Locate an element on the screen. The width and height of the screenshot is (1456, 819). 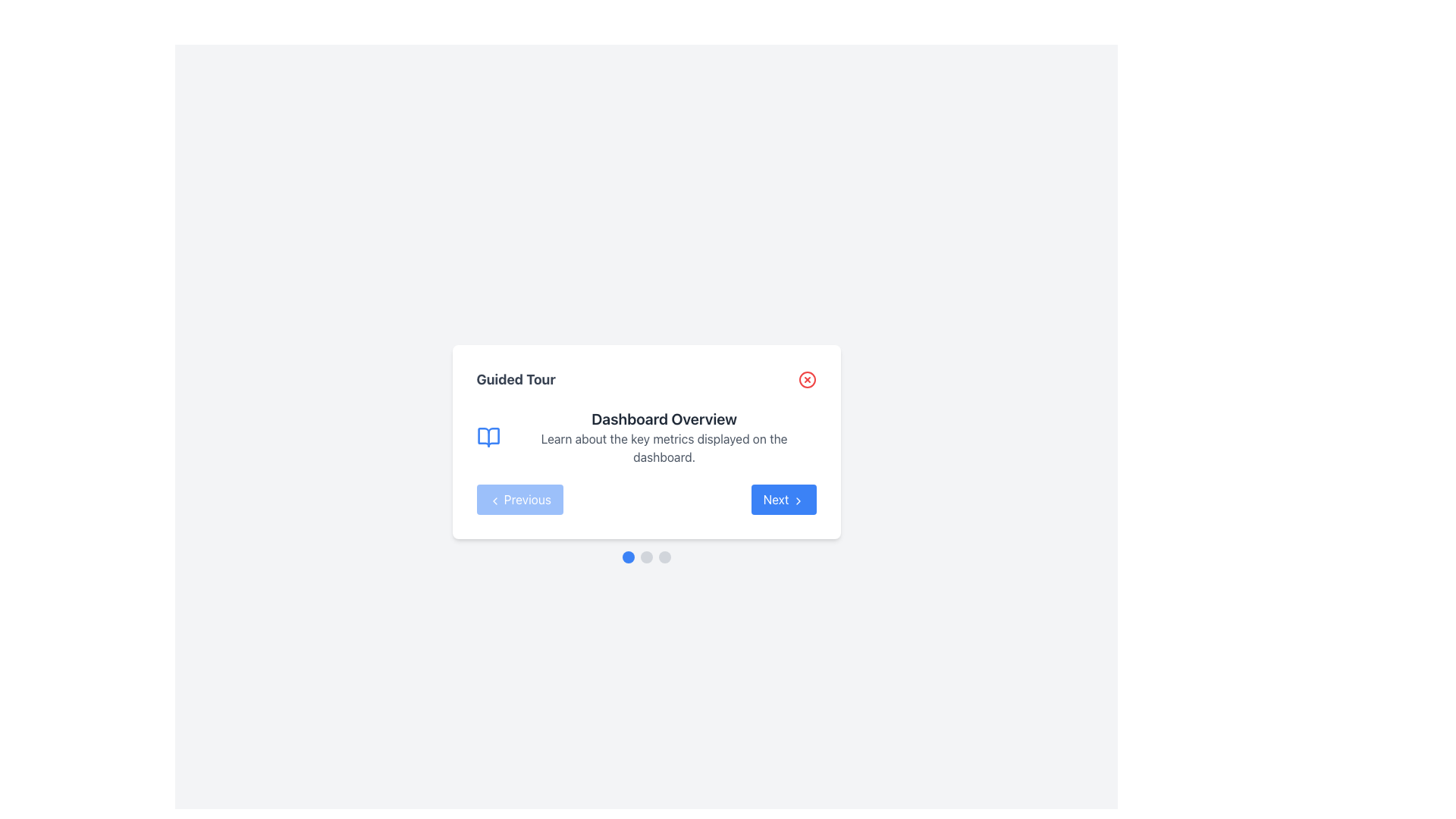
the forward action icon located at the rightmost end of the 'Next' button in the guided tour dialog box is located at coordinates (797, 500).